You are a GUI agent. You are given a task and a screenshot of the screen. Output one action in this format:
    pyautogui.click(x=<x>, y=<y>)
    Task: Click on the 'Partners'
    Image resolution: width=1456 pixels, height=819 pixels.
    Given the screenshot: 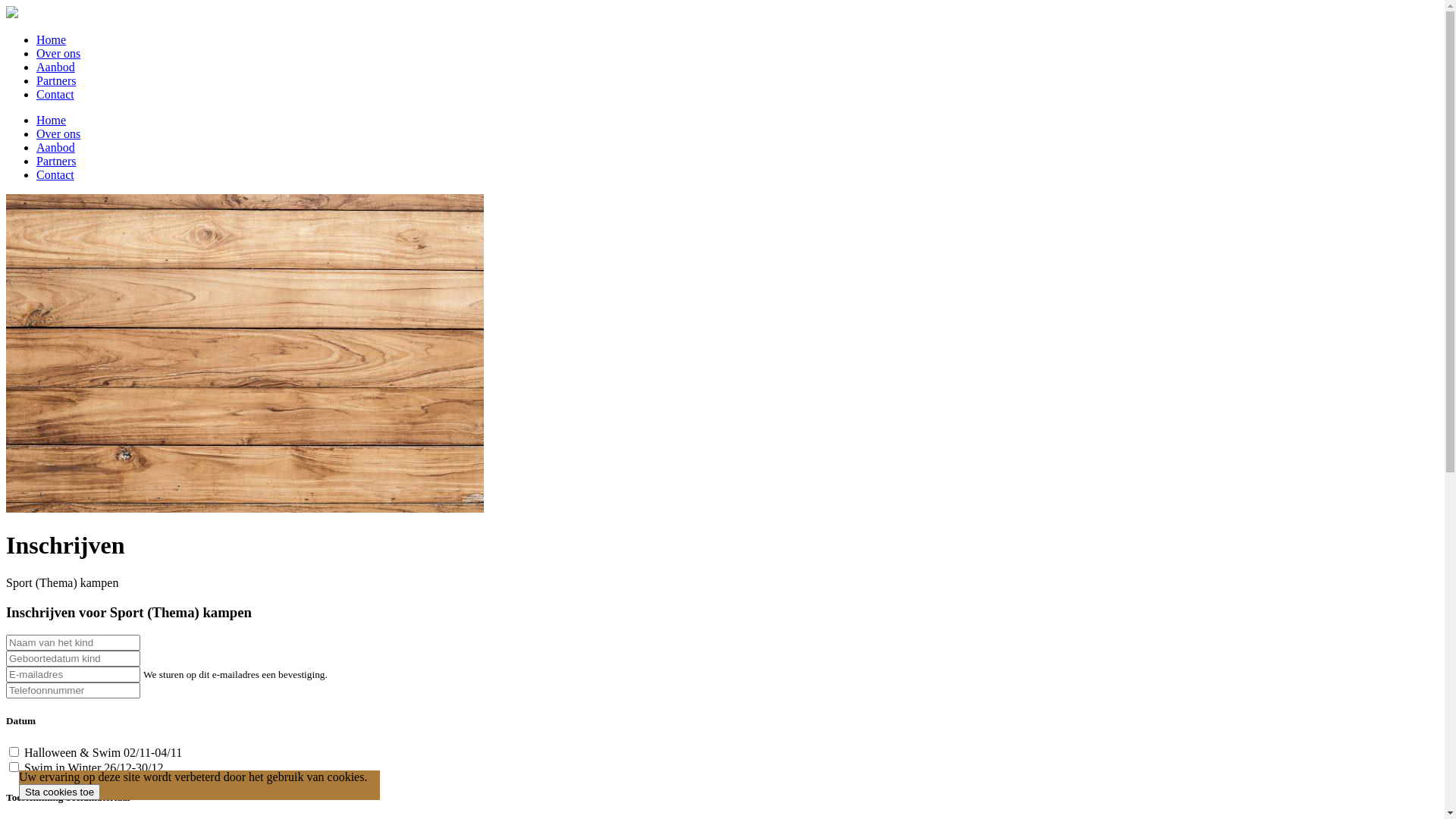 What is the action you would take?
    pyautogui.click(x=55, y=161)
    